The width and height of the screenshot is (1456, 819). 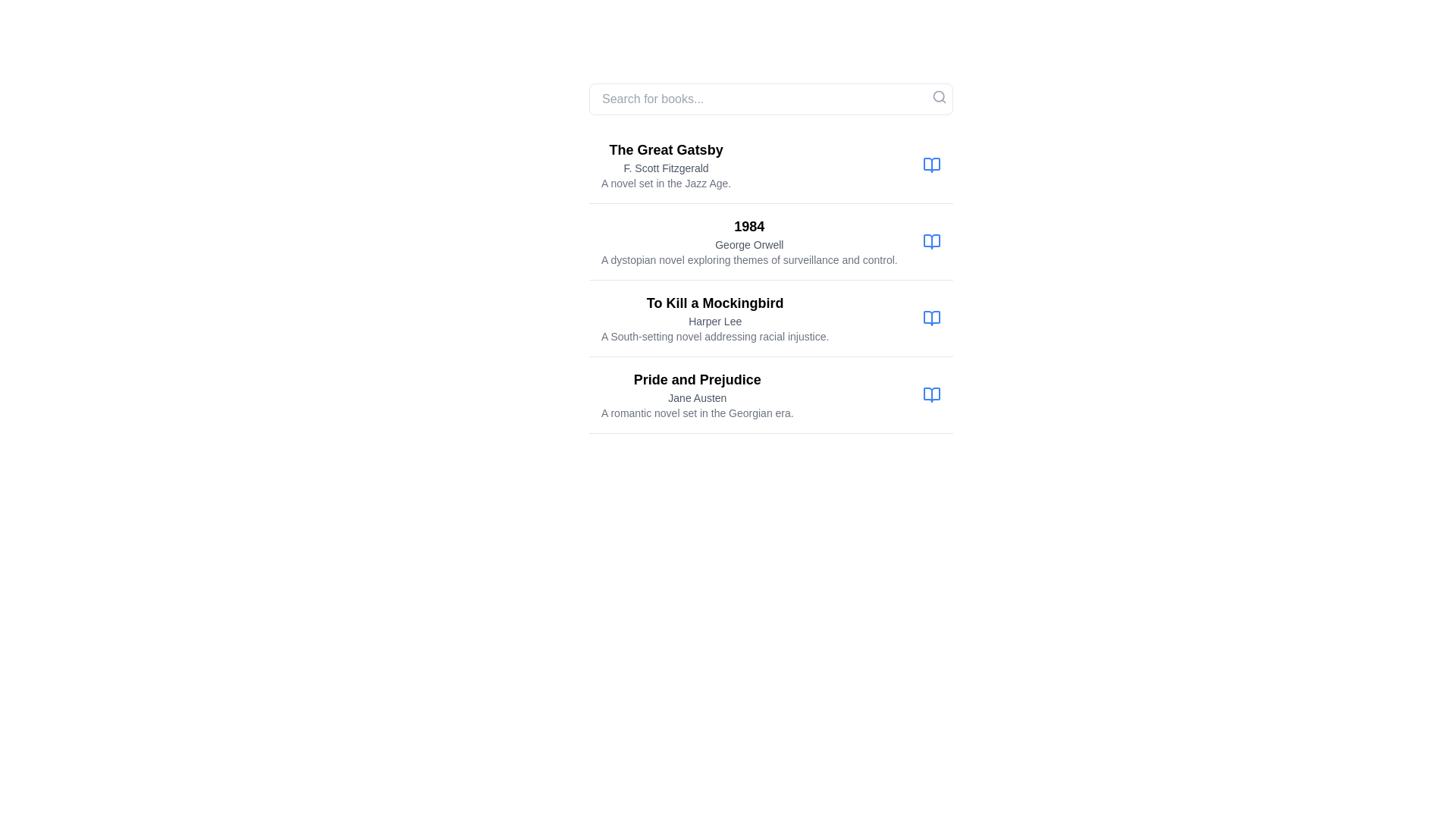 I want to click on the icon located to the far right of the entry for 'Pride and Prejudice' by Jane Austen, so click(x=930, y=394).